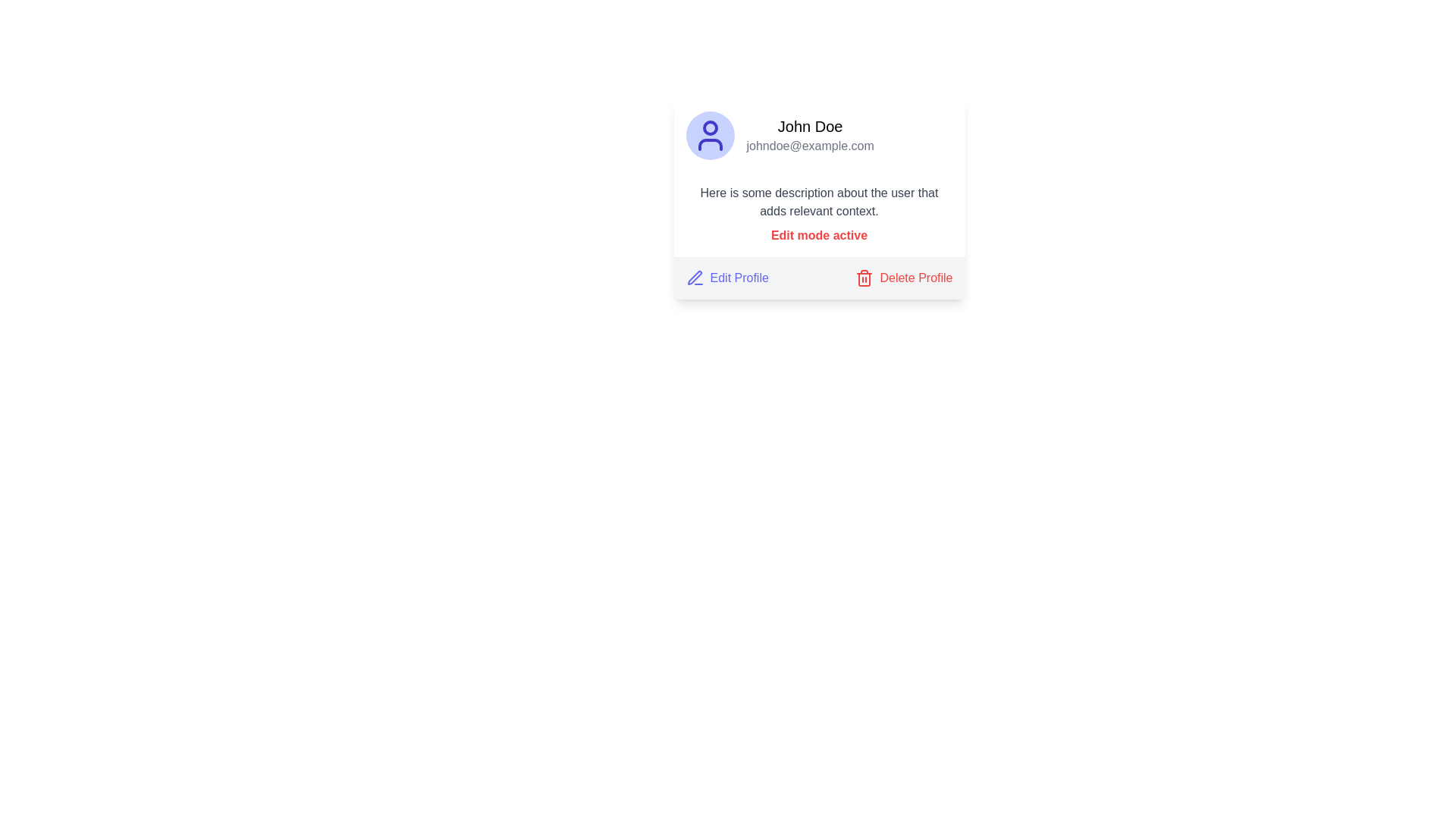 This screenshot has height=819, width=1456. What do you see at coordinates (694, 278) in the screenshot?
I see `the blue outline pen icon next to the 'Edit Profile' text` at bounding box center [694, 278].